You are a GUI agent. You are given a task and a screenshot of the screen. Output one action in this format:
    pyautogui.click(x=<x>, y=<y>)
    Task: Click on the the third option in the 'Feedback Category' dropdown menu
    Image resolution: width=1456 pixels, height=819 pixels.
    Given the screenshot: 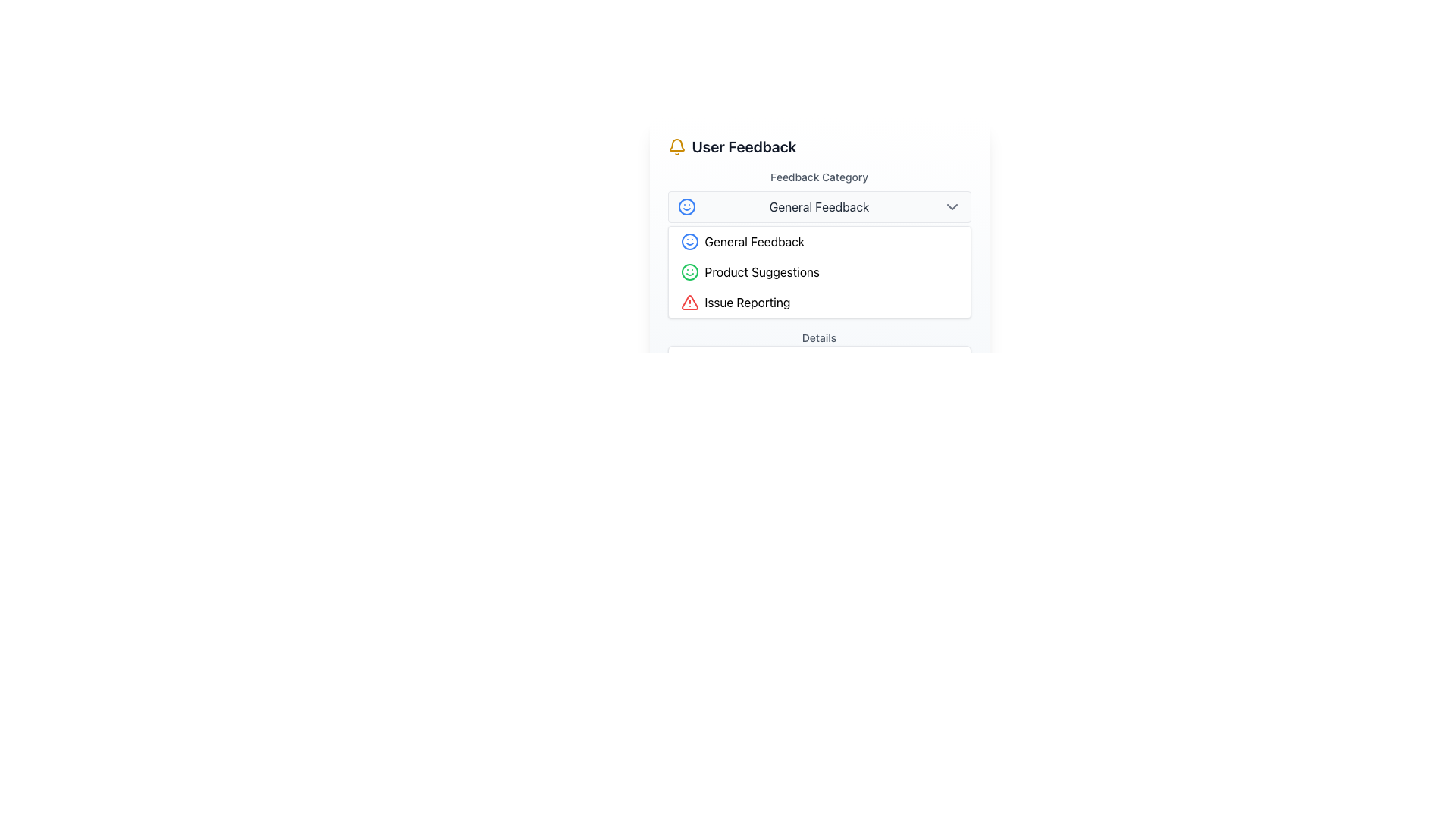 What is the action you would take?
    pyautogui.click(x=747, y=302)
    